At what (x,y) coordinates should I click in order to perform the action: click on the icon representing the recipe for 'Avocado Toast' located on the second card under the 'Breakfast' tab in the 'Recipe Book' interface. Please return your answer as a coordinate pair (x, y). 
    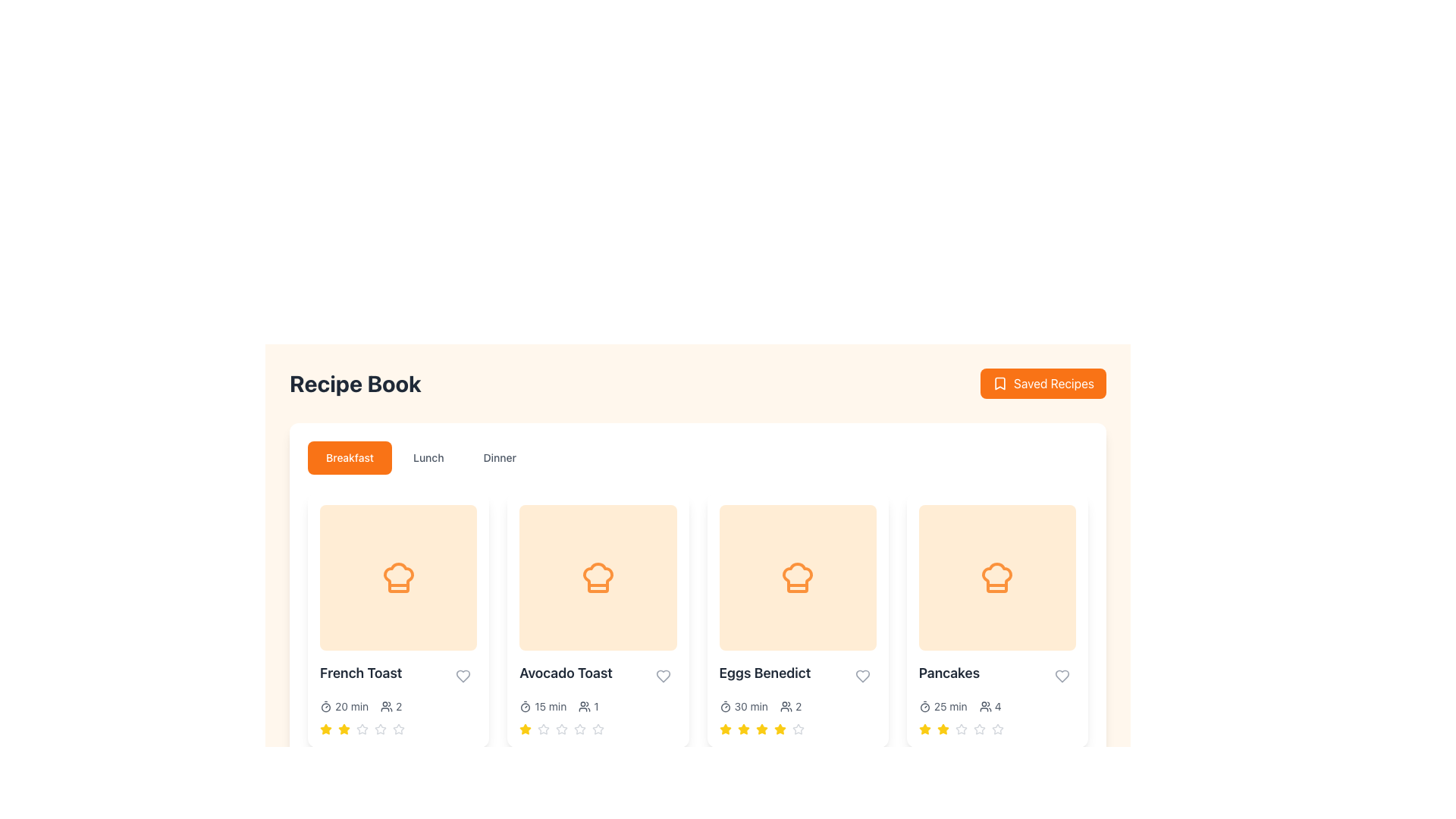
    Looking at the image, I should click on (597, 578).